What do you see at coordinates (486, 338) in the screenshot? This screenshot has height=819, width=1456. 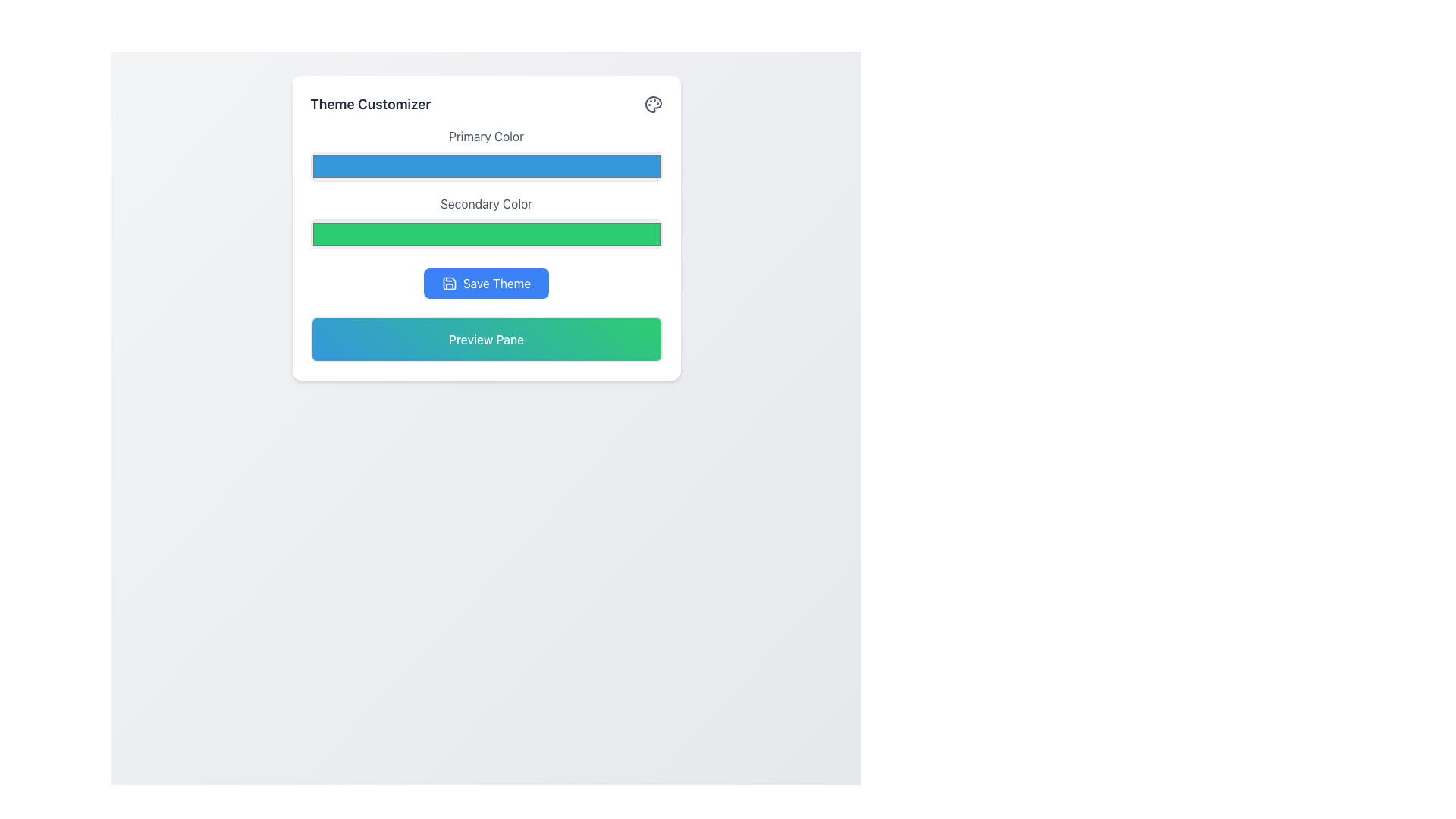 I see `the 'Preview Pane' label, which is styled with a white font on a vibrant gradient background and is located at the bottom center of the panel, below the 'Save Theme' button` at bounding box center [486, 338].